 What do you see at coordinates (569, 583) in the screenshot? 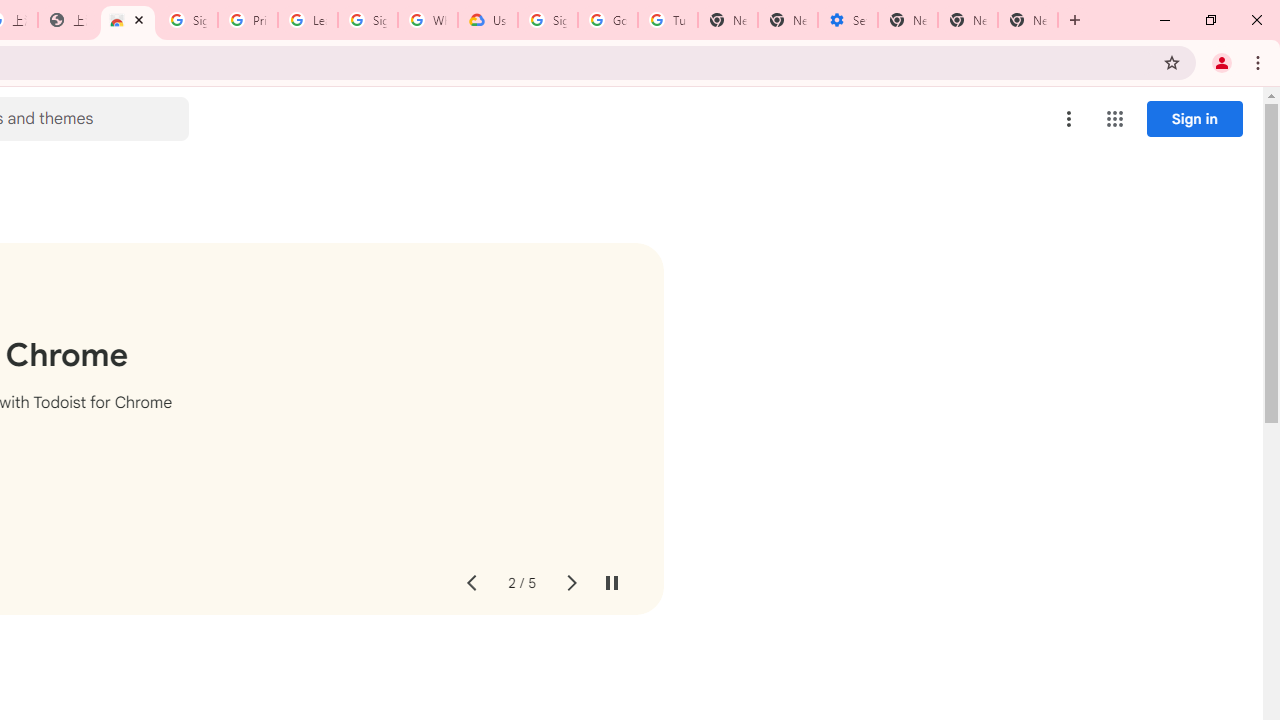
I see `'Next slide'` at bounding box center [569, 583].